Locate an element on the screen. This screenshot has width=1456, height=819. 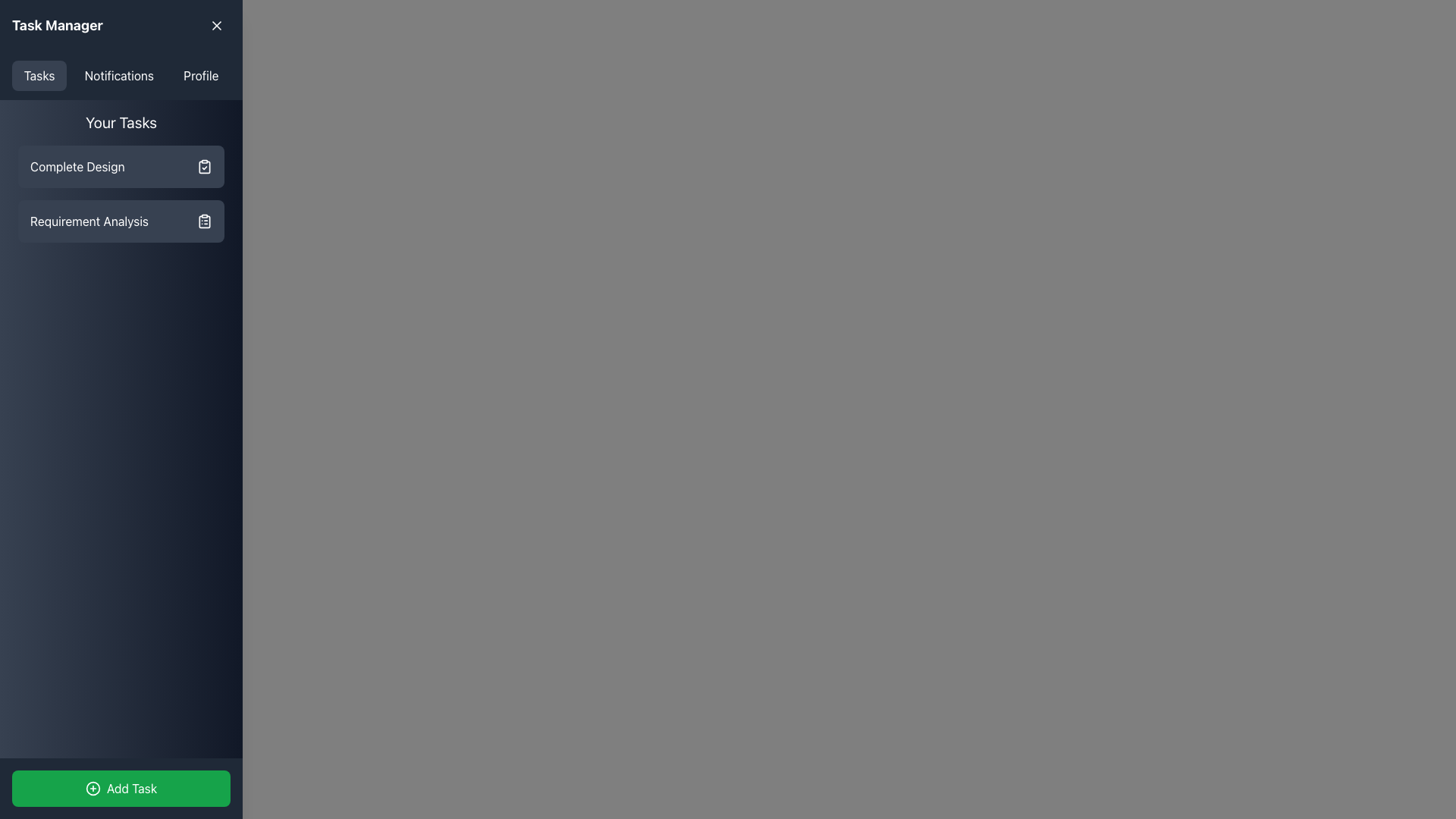
the decorative Circle SVG shape located centrally within the 'Add Task' button, which symbolizes a creation action is located at coordinates (92, 788).